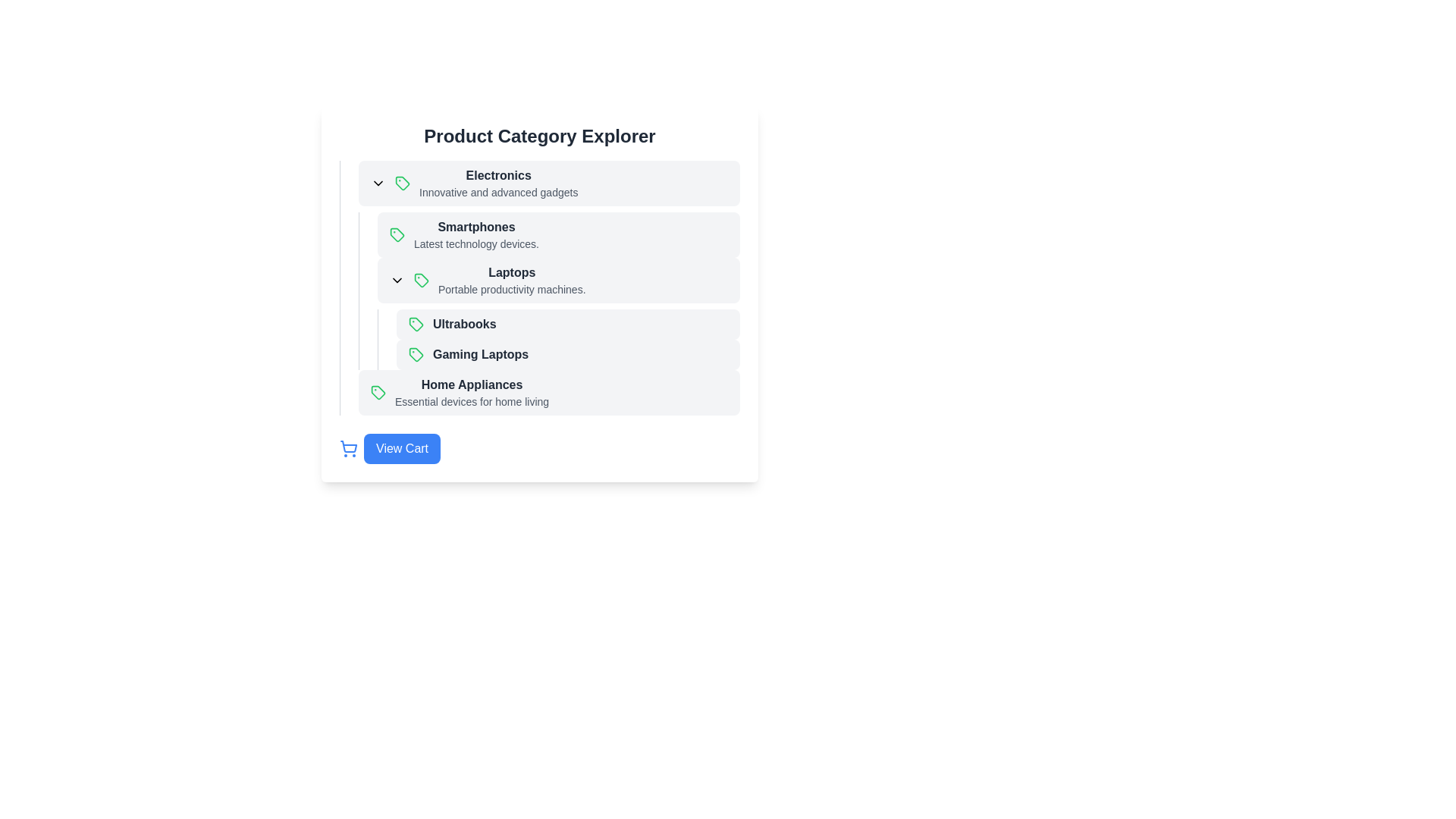 Image resolution: width=1456 pixels, height=819 pixels. Describe the element at coordinates (475, 234) in the screenshot. I see `the label titled 'Smartphones'` at that location.